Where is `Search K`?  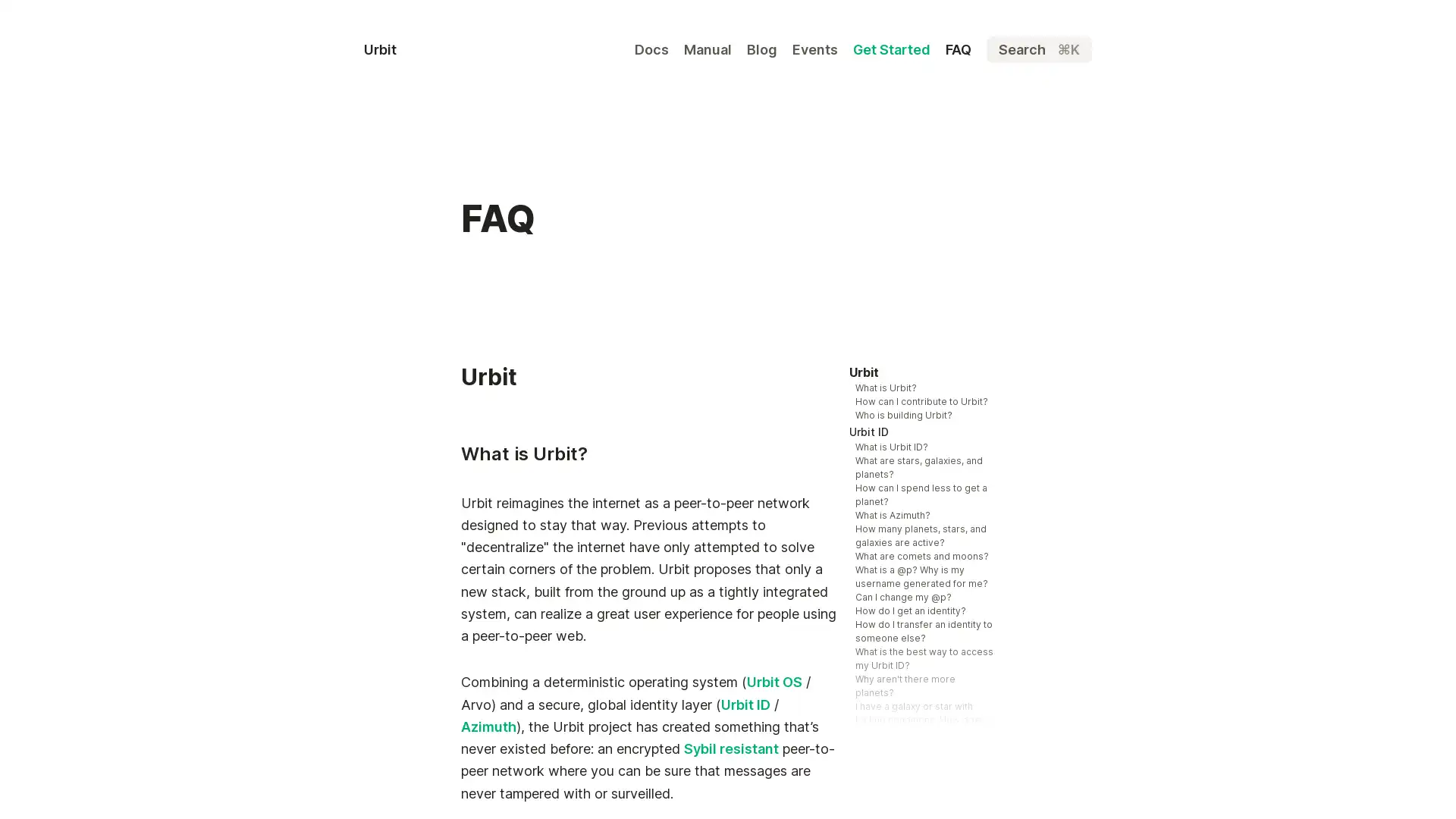 Search K is located at coordinates (1038, 49).